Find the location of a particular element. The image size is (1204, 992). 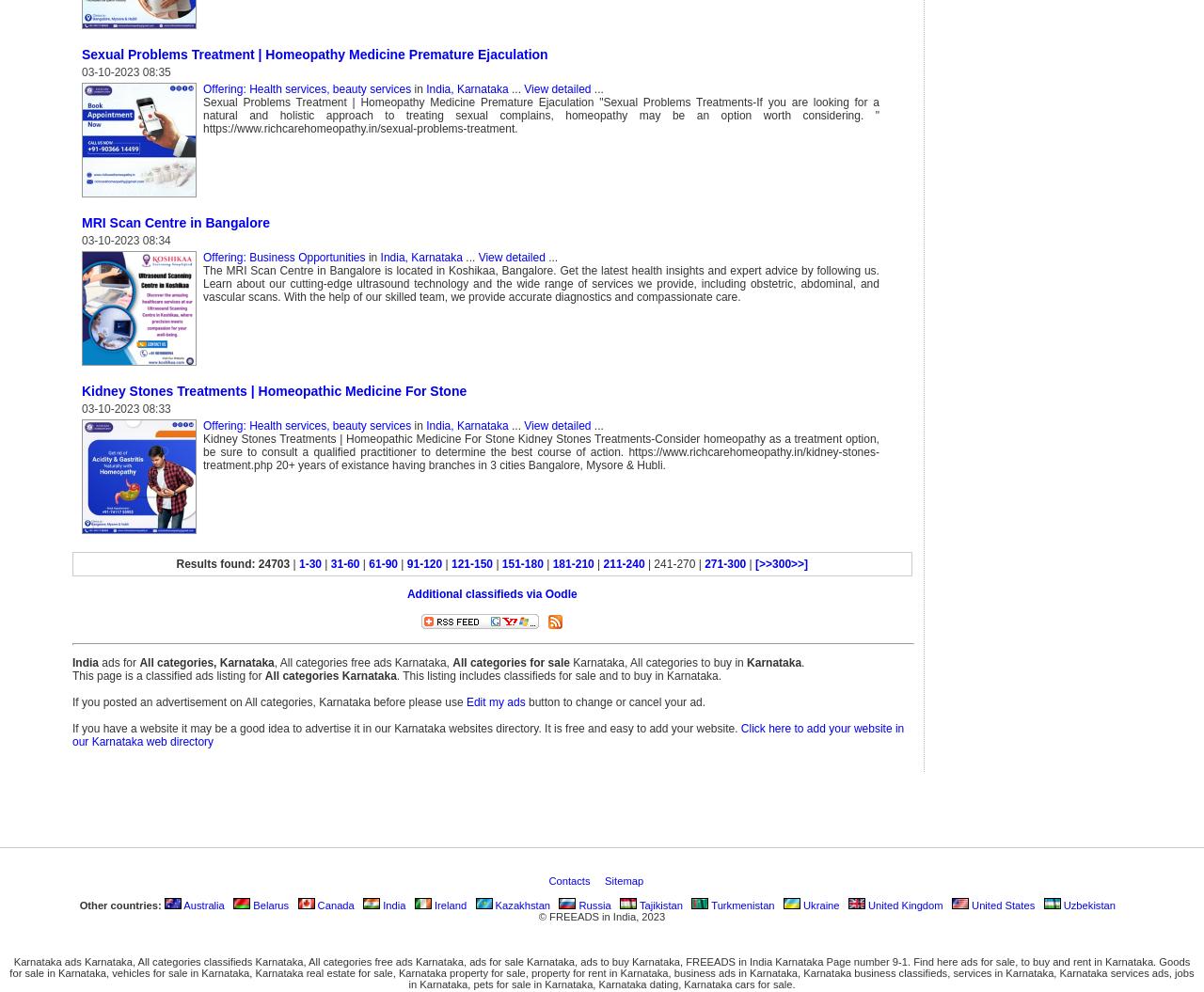

'Edit my ads' is located at coordinates (495, 701).